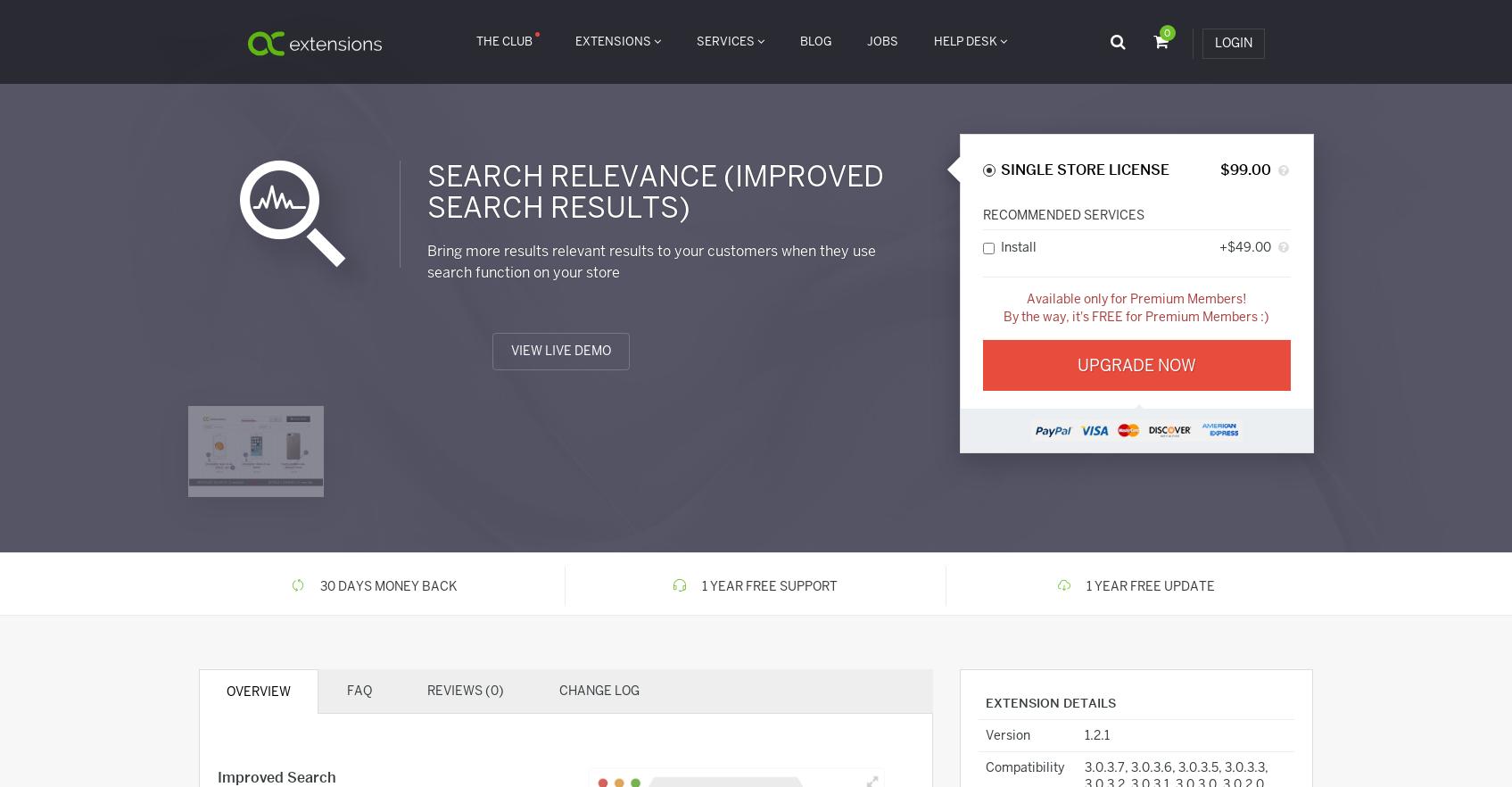  I want to click on 'Jobs', so click(881, 40).